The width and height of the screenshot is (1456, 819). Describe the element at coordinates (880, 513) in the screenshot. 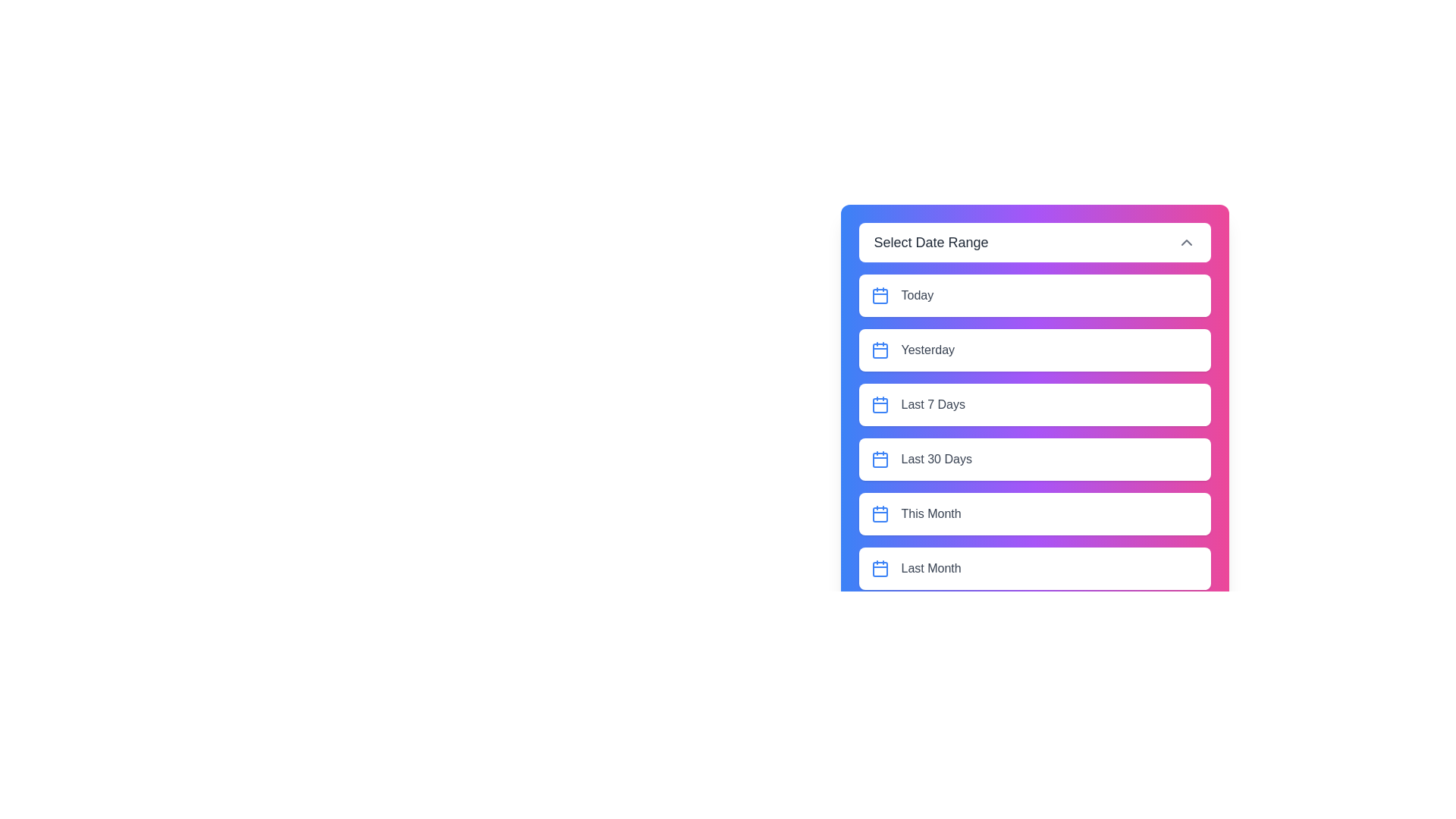

I see `the icon next to the date range This Month` at that location.